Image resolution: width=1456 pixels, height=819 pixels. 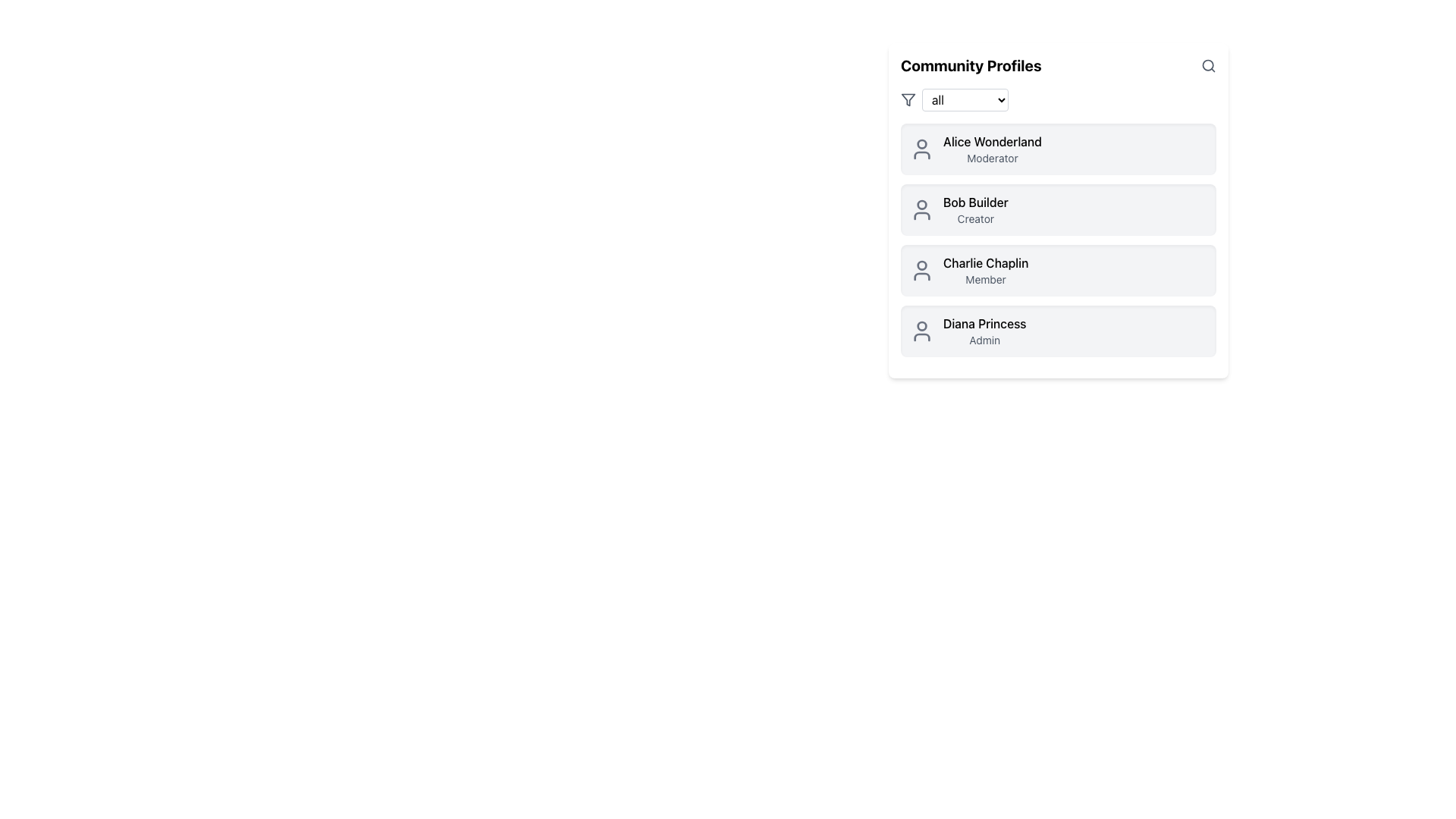 I want to click on the user's profile summary card located in the 'Community Profiles' section, which is the fourth item in a vertical list beneath 'Charlie Chaplin Member', so click(x=1058, y=330).